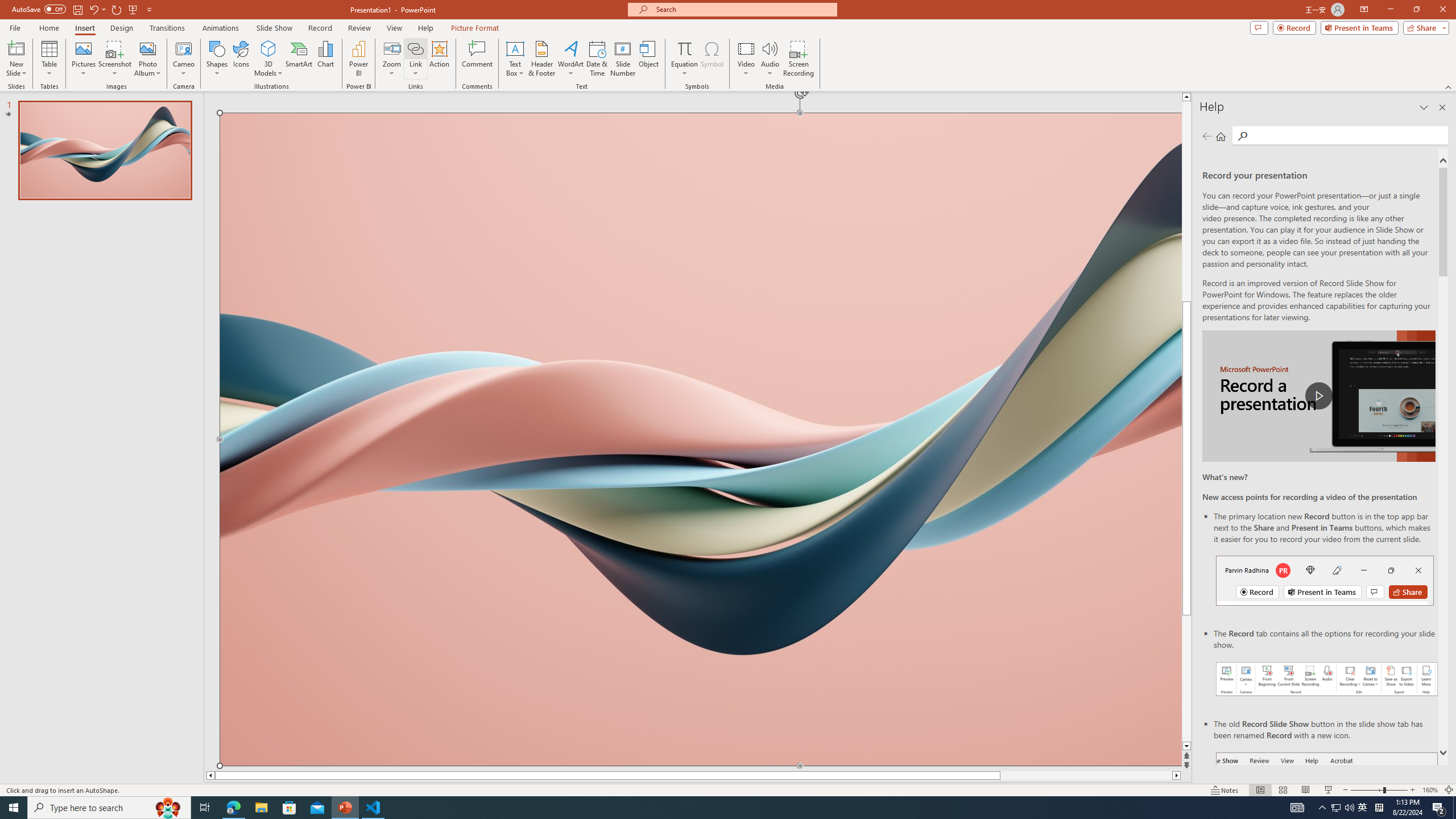 The image size is (1456, 819). Describe the element at coordinates (359, 59) in the screenshot. I see `'Power BI'` at that location.